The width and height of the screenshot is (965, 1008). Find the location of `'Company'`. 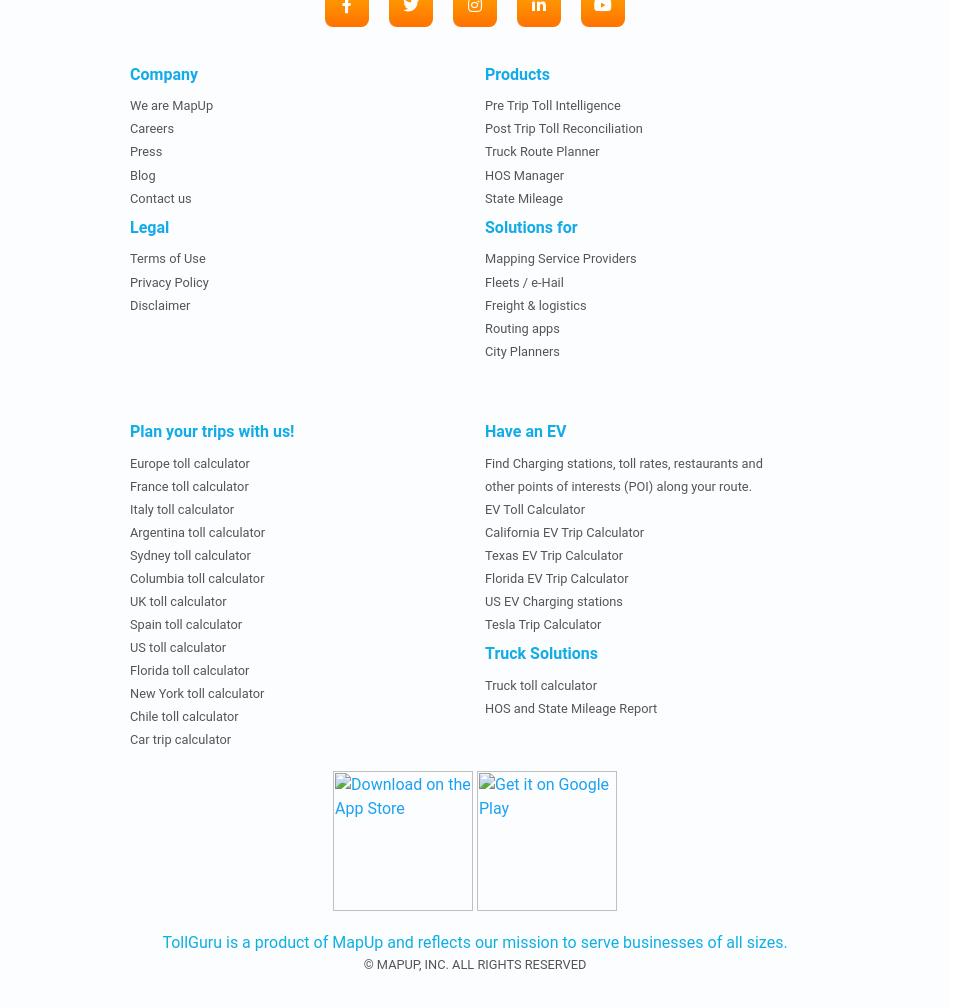

'Company' is located at coordinates (162, 73).